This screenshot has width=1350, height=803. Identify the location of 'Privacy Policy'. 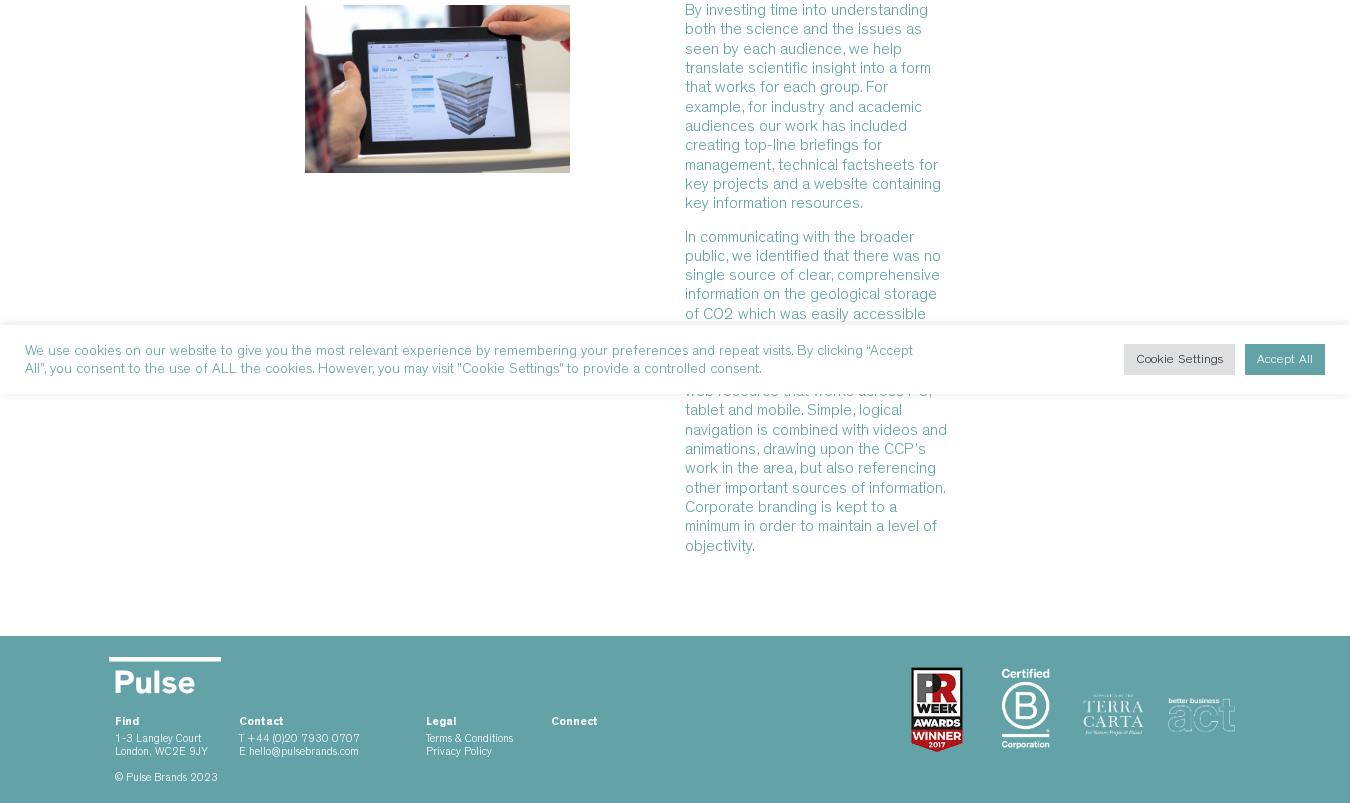
(458, 751).